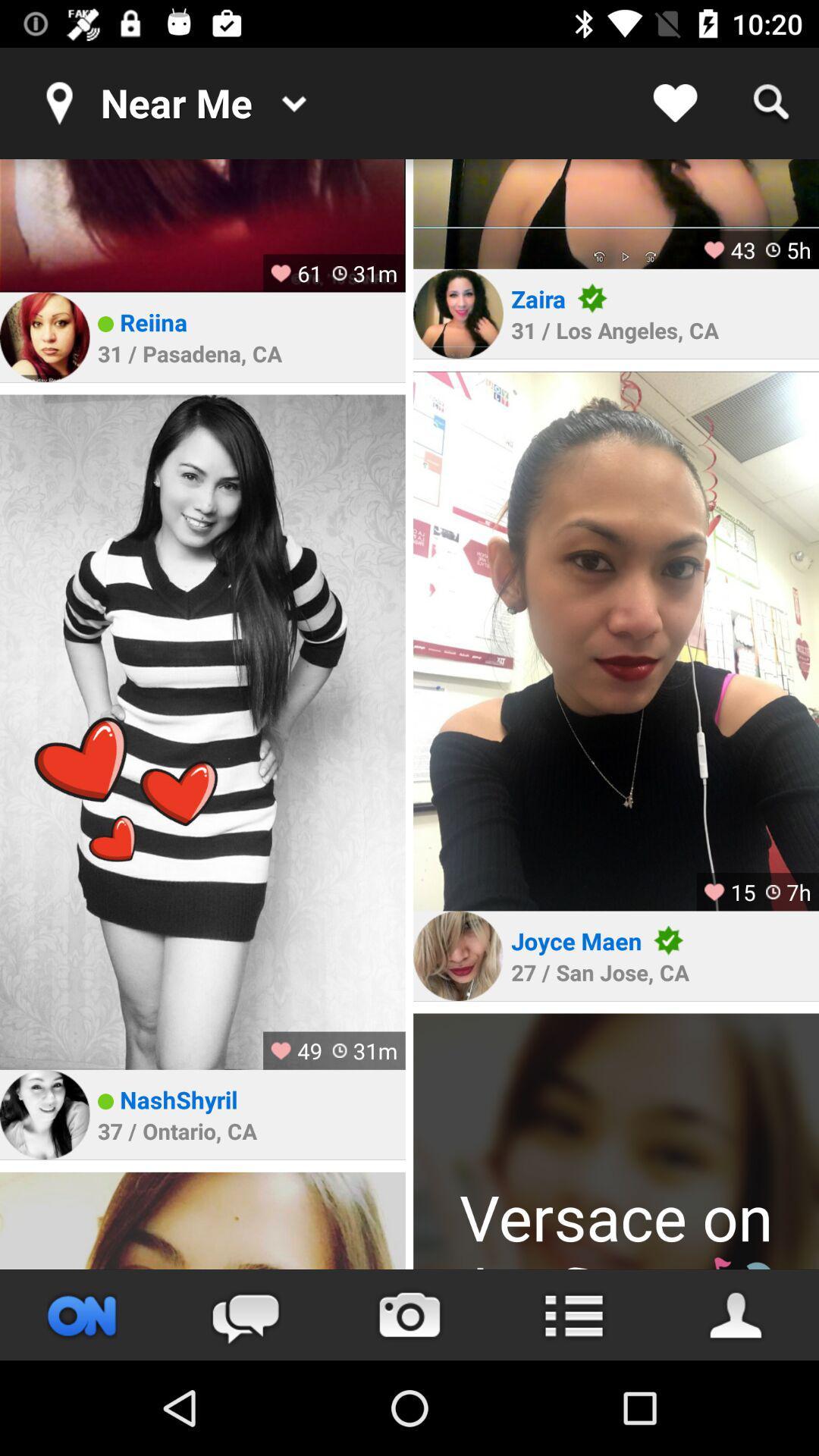 The height and width of the screenshot is (1456, 819). Describe the element at coordinates (576, 940) in the screenshot. I see `the item above the 27 san jose` at that location.